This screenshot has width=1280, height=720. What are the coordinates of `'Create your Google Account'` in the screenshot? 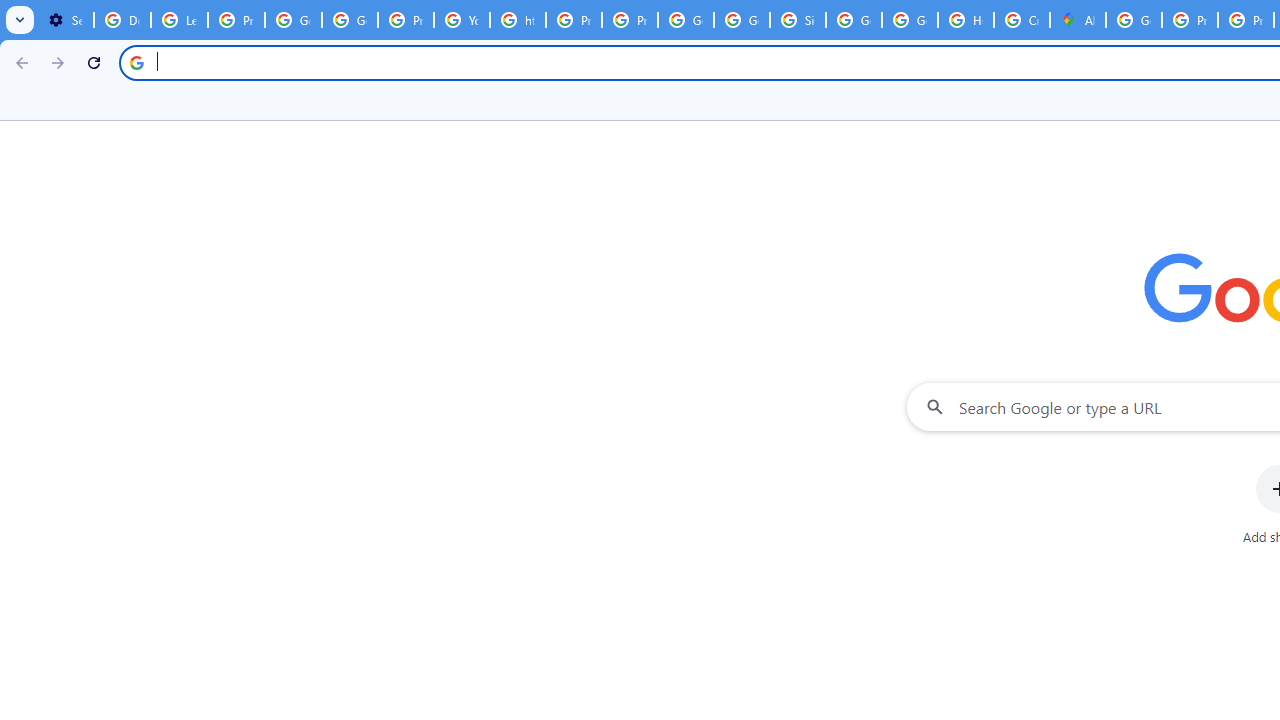 It's located at (1022, 20).